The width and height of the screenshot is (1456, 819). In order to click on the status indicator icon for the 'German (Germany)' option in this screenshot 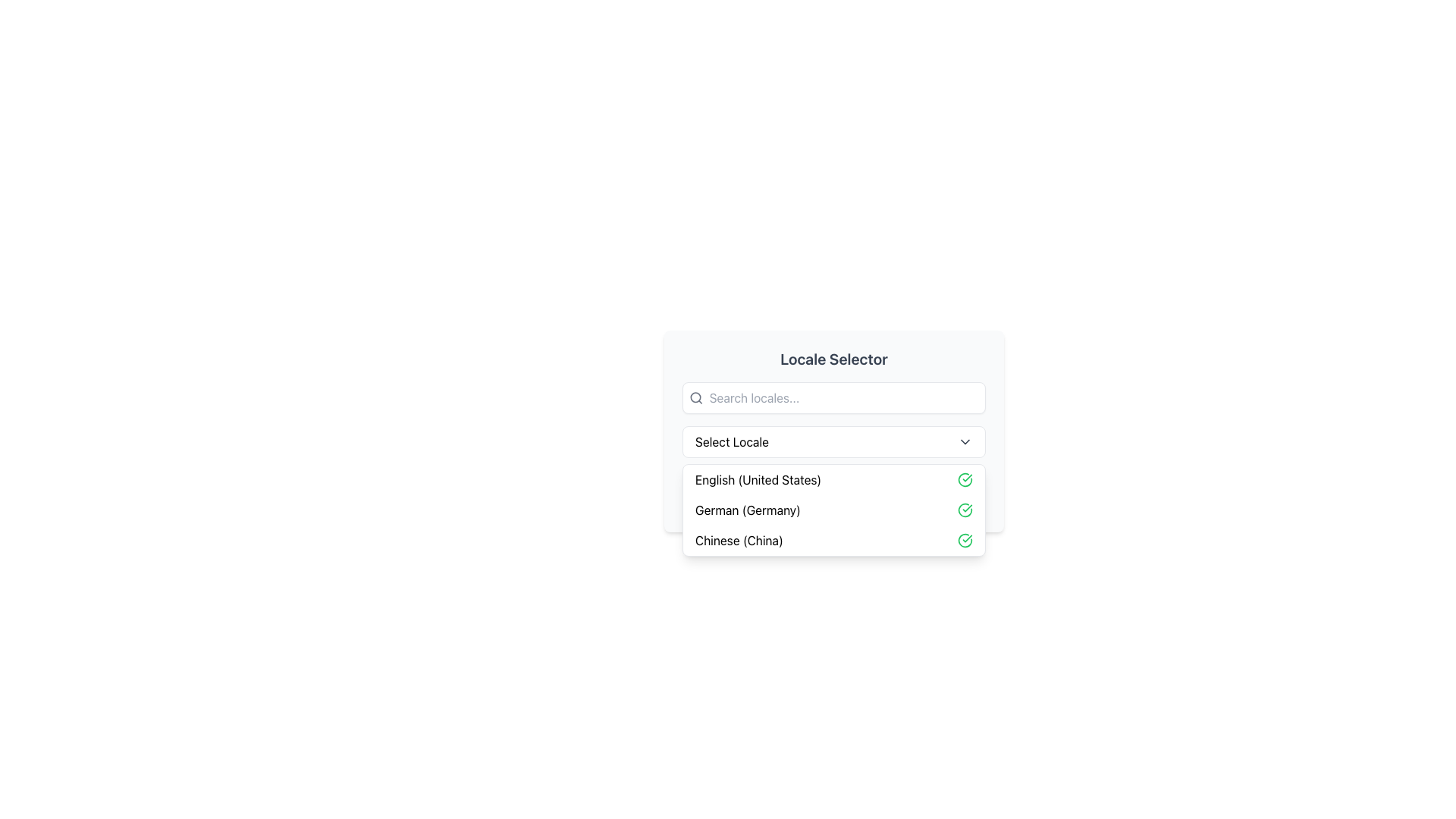, I will do `click(964, 510)`.